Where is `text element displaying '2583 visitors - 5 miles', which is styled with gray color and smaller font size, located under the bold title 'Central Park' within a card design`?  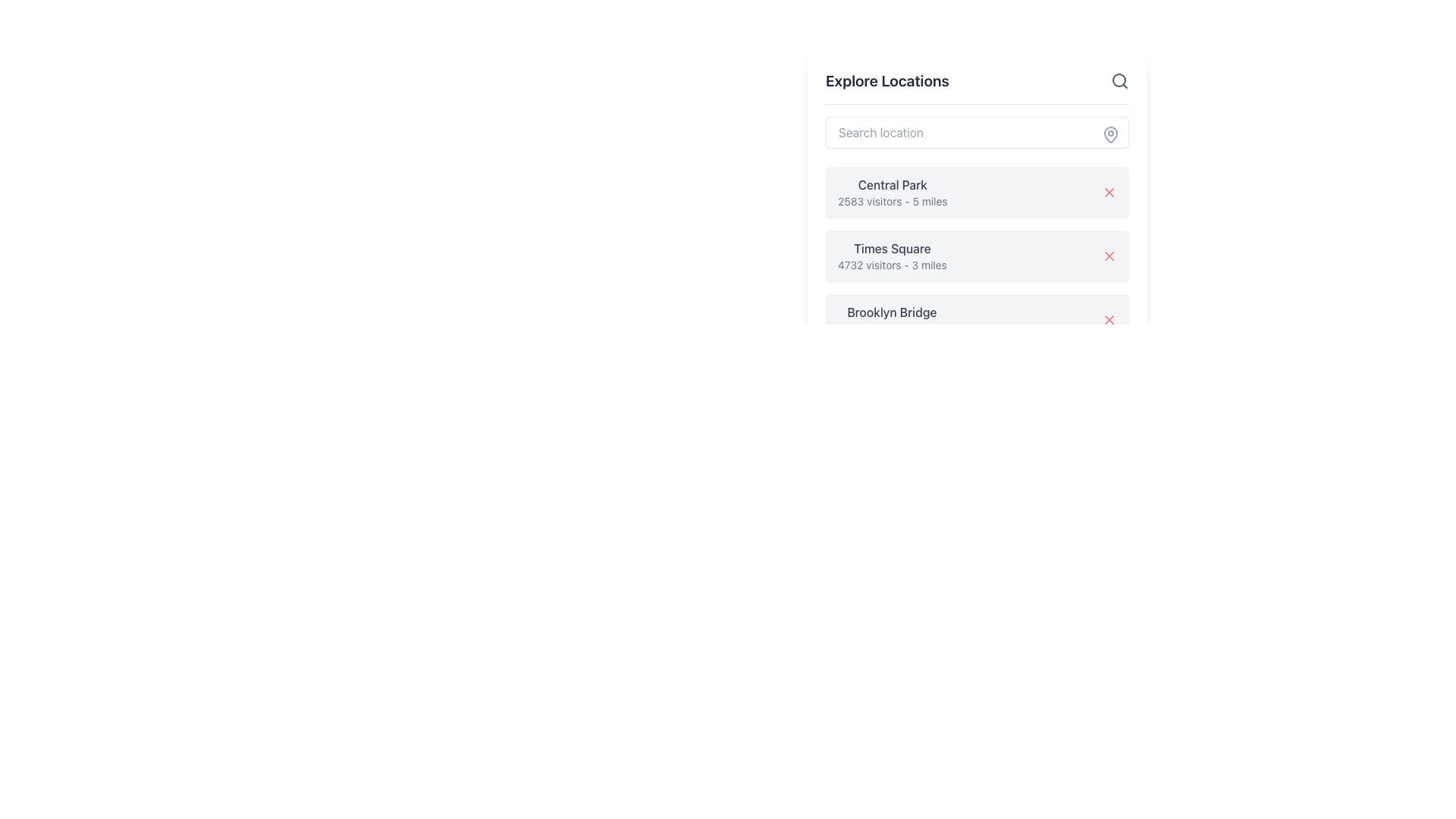 text element displaying '2583 visitors - 5 miles', which is styled with gray color and smaller font size, located under the bold title 'Central Park' within a card design is located at coordinates (893, 201).